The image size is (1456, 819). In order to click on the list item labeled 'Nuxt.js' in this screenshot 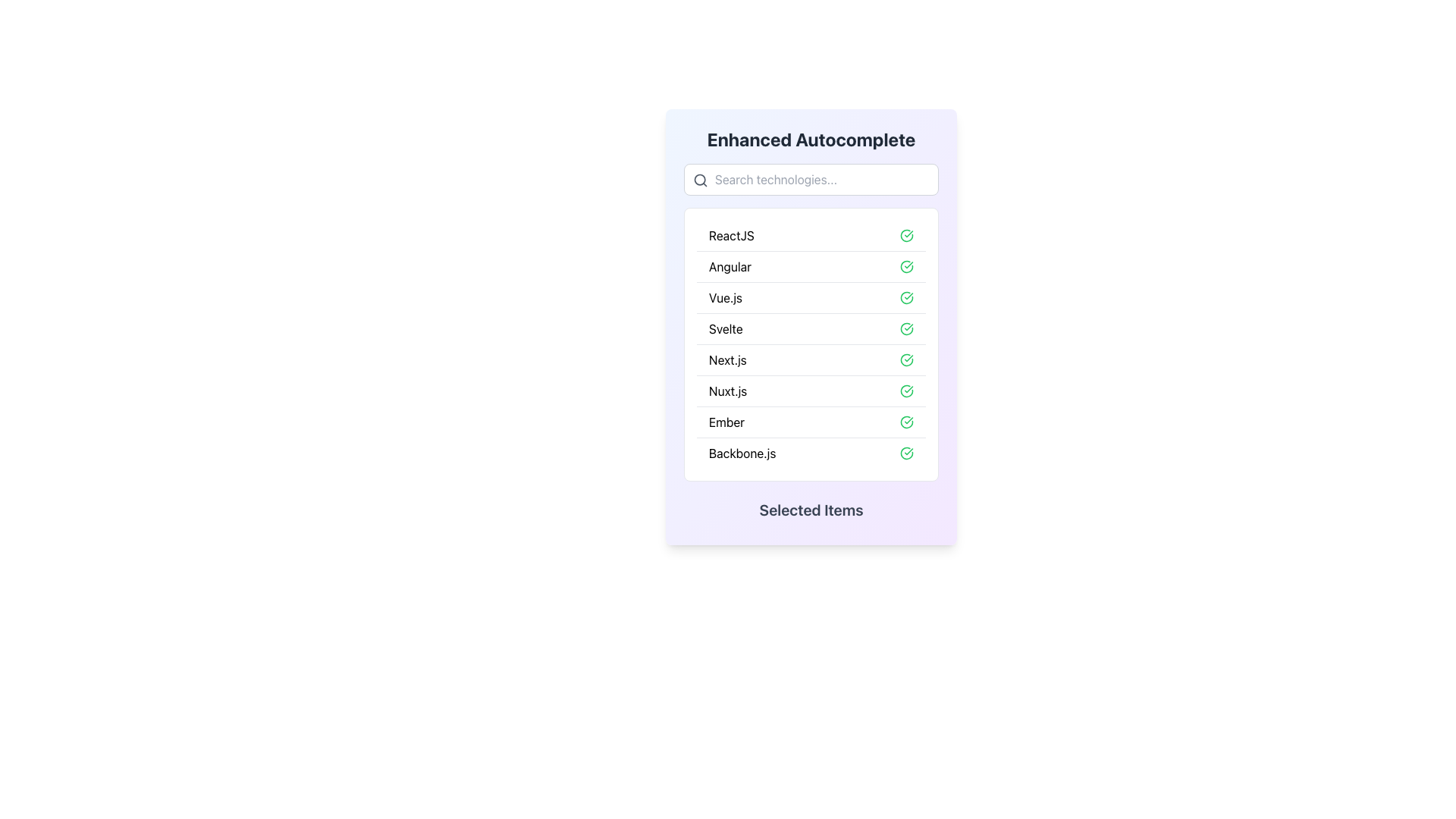, I will do `click(728, 391)`.